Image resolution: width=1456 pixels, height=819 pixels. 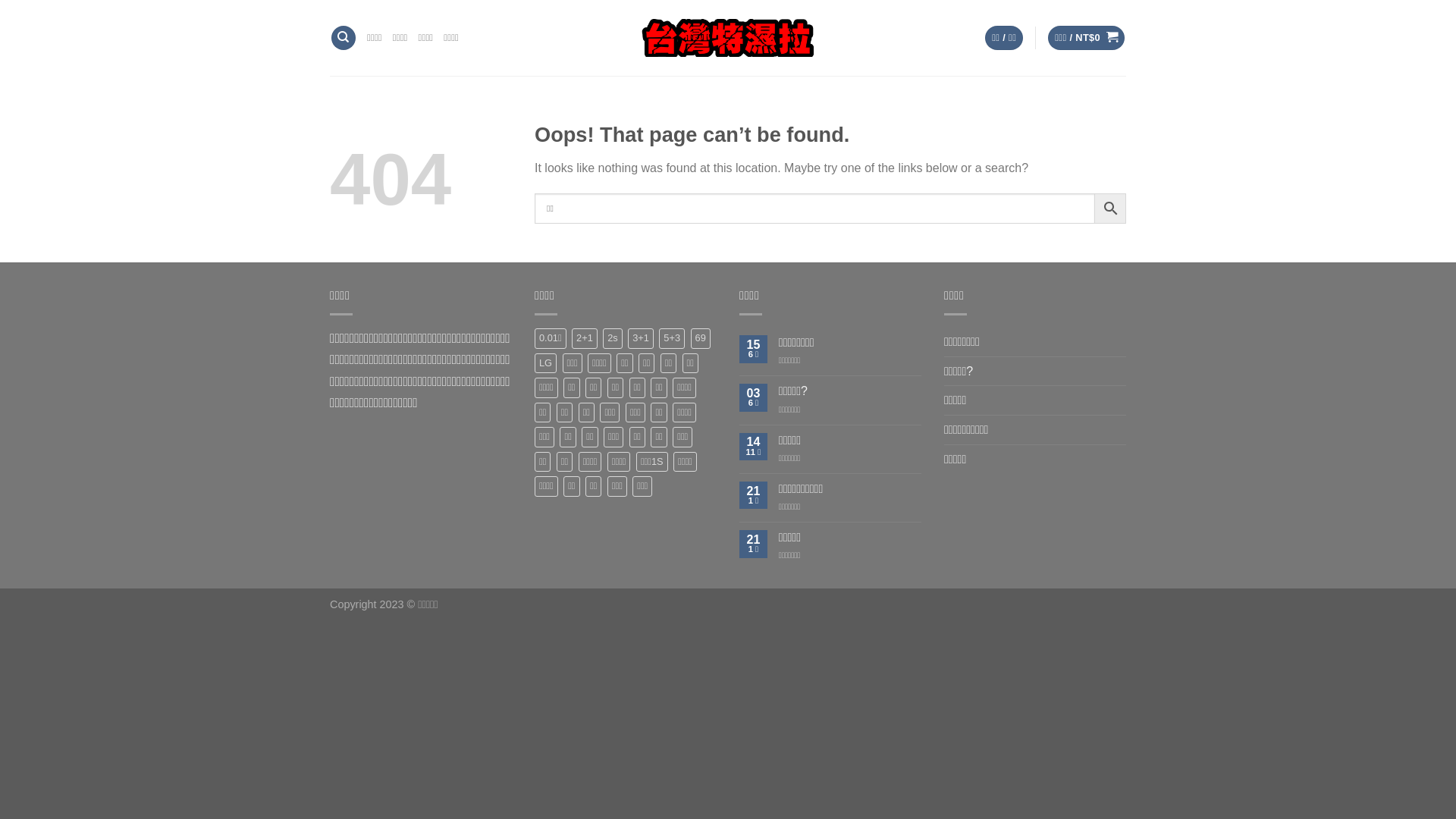 I want to click on 'LG', so click(x=545, y=362).